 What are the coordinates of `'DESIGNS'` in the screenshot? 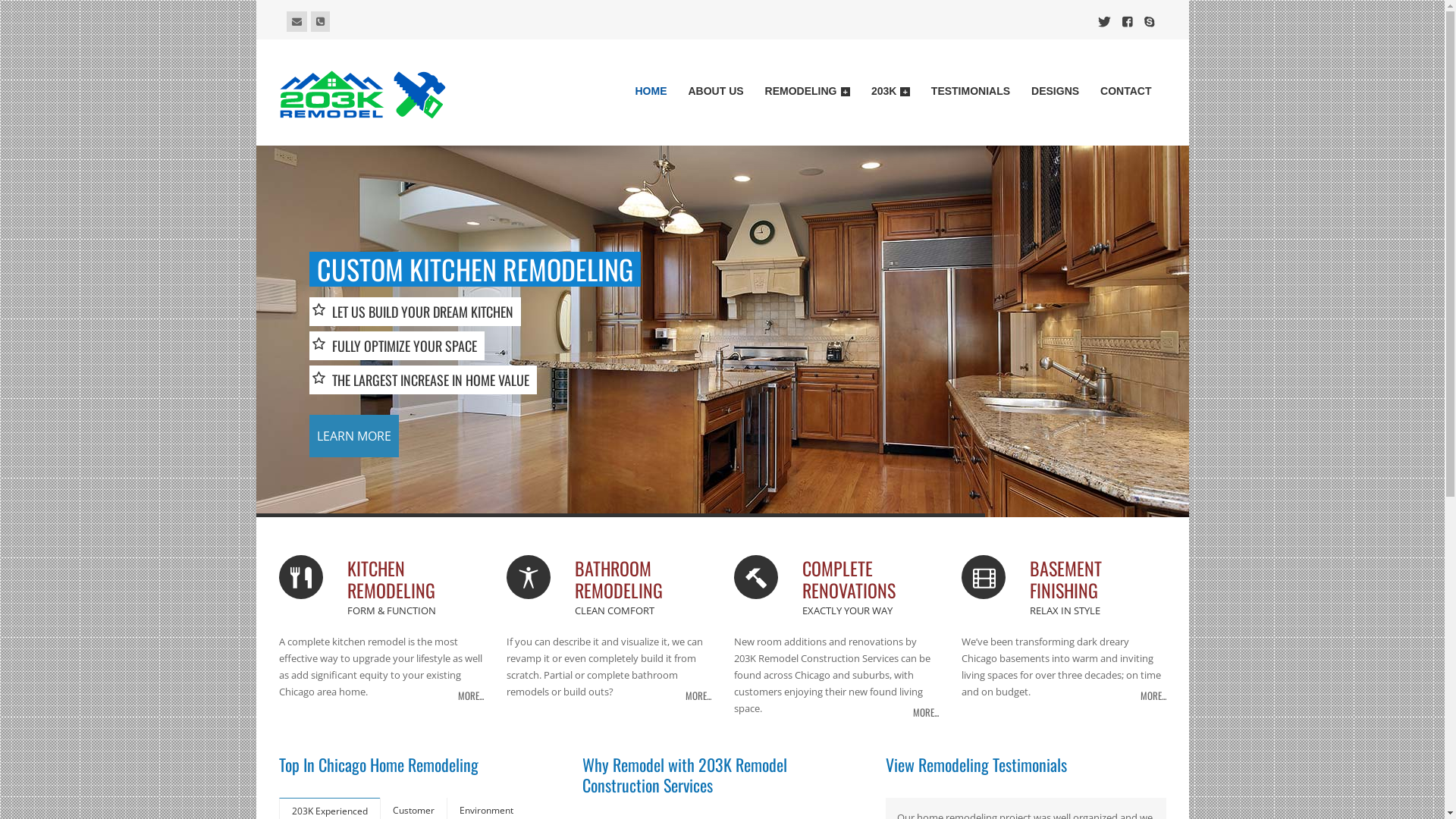 It's located at (1054, 93).